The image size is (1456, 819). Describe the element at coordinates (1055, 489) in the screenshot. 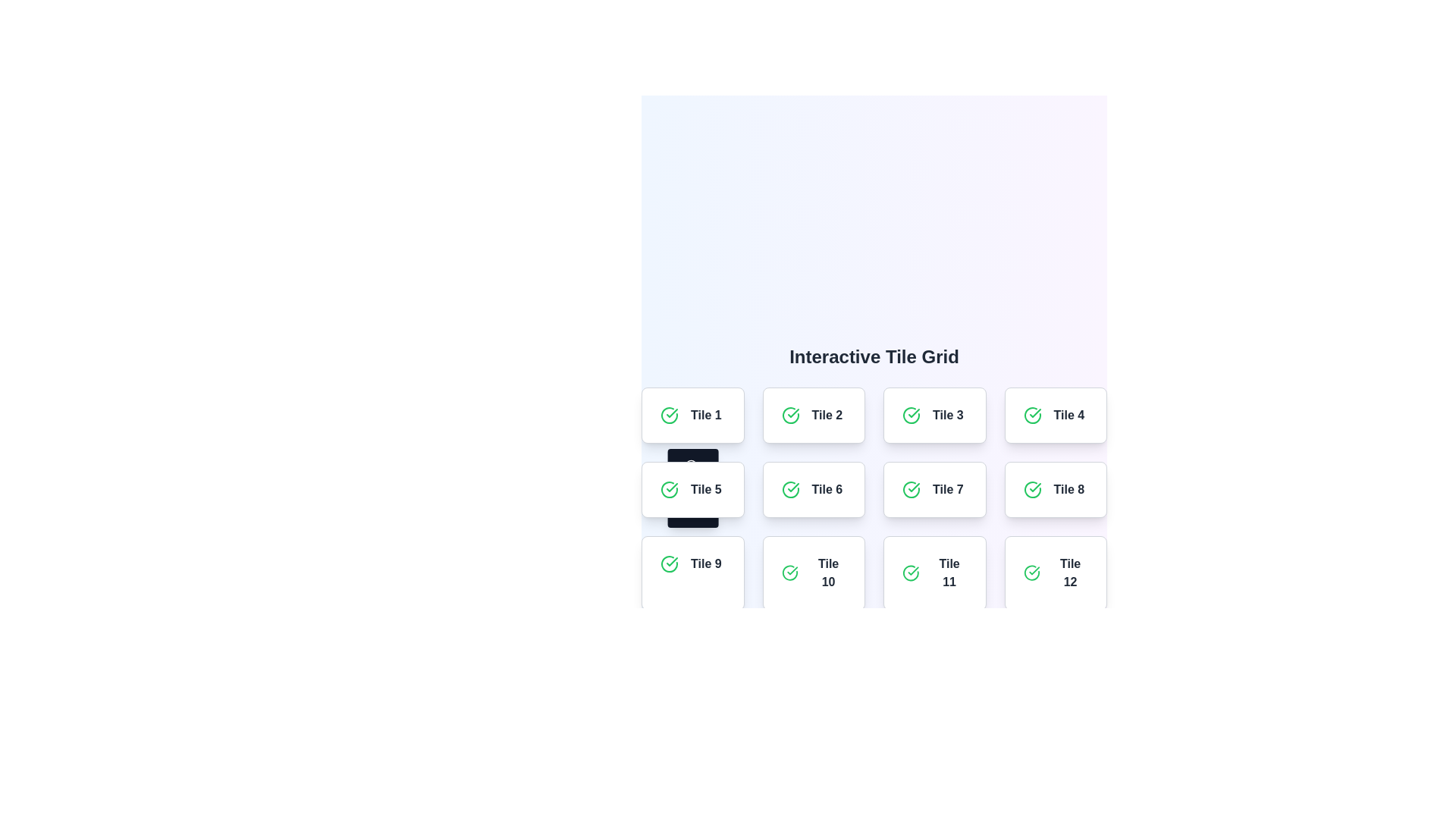

I see `'Tile 8'` at that location.